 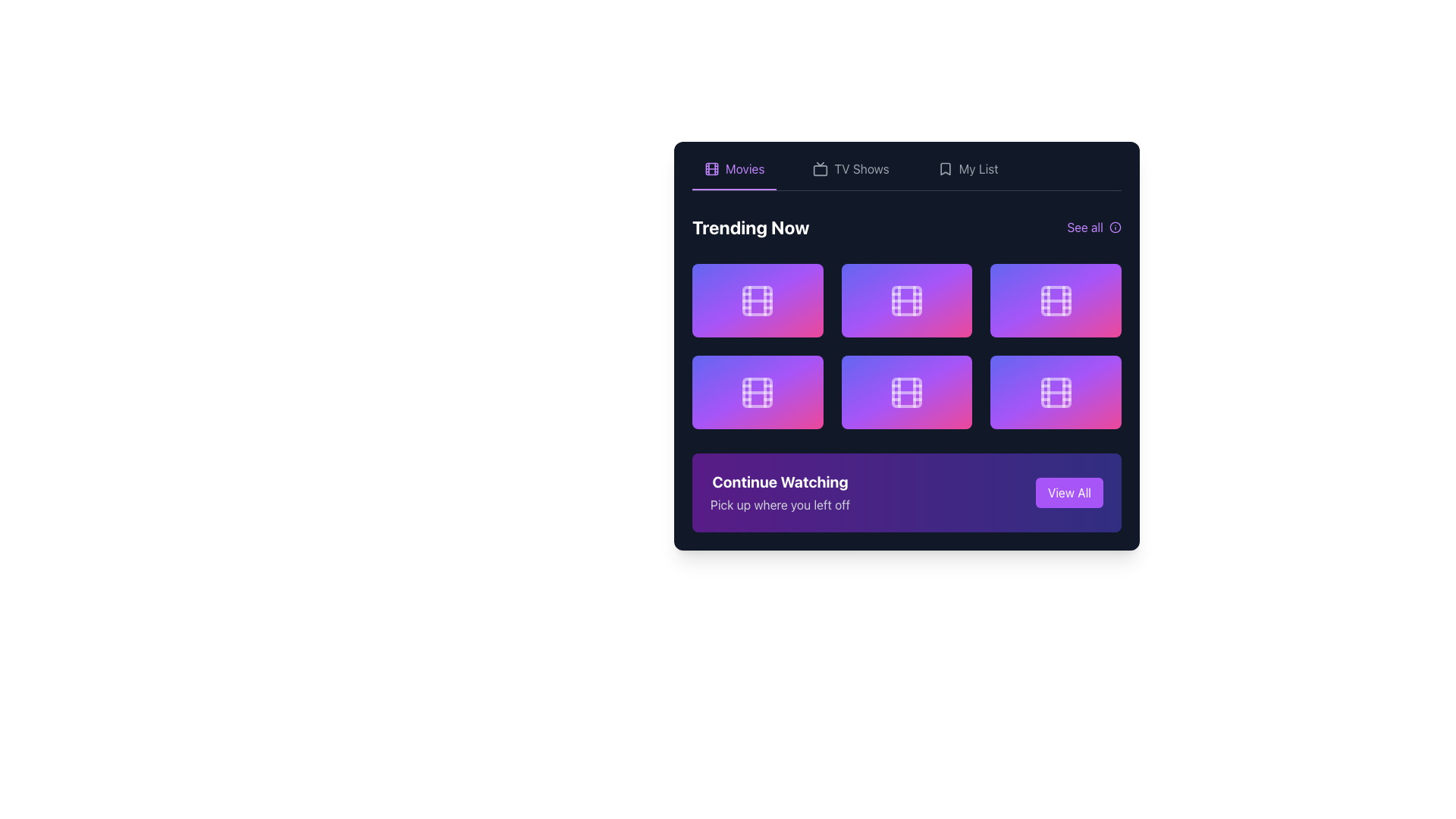 What do you see at coordinates (1055, 300) in the screenshot?
I see `the film strip icon located in the second row and third column of the 'Trending Now' section, which features a square frame with rounded edges and lines mimicking film frames` at bounding box center [1055, 300].